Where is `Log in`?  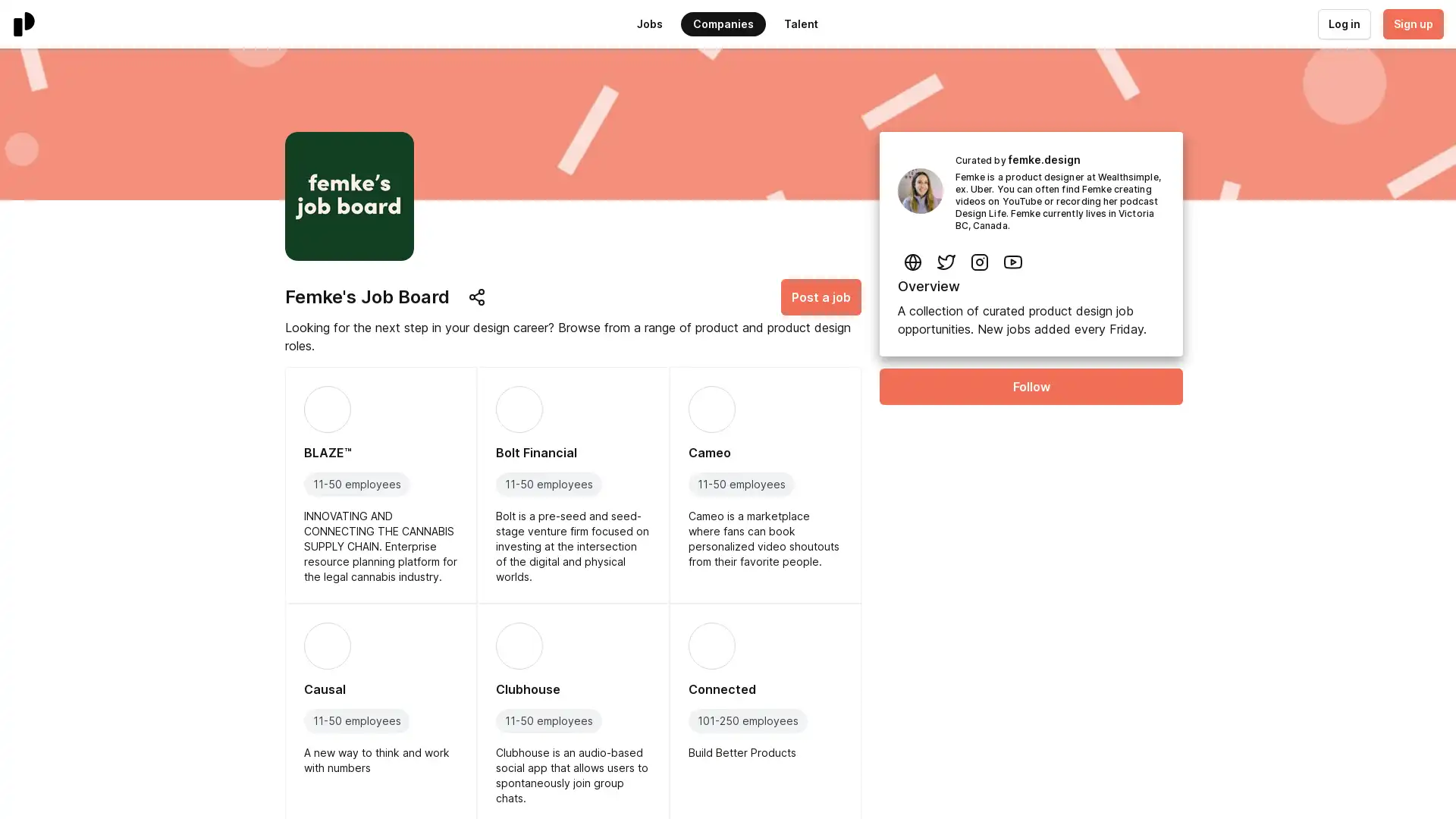 Log in is located at coordinates (1343, 24).